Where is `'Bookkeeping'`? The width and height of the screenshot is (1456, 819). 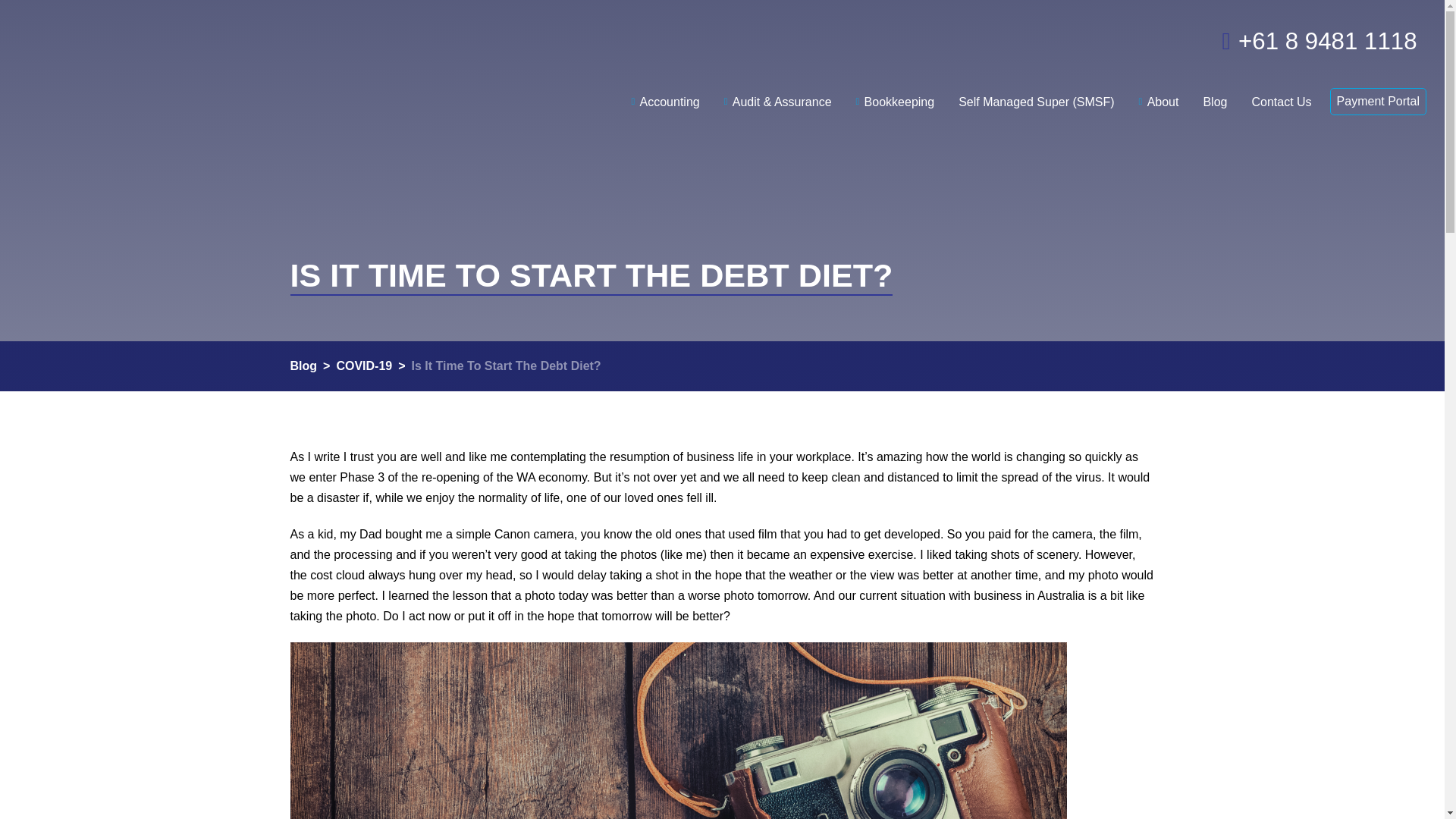
'Bookkeeping' is located at coordinates (895, 90).